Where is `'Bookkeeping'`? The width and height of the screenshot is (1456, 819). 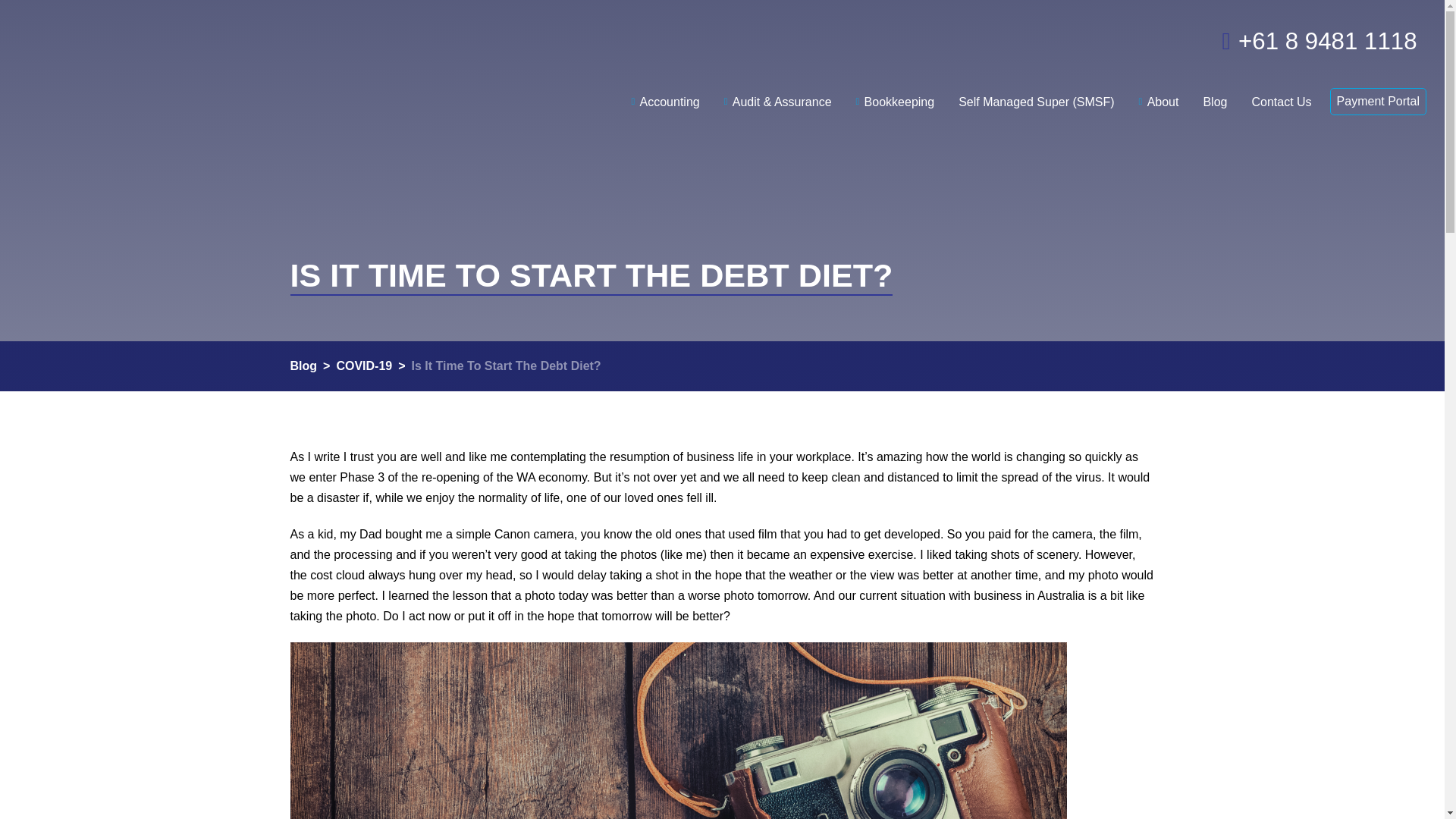
'Bookkeeping' is located at coordinates (895, 90).